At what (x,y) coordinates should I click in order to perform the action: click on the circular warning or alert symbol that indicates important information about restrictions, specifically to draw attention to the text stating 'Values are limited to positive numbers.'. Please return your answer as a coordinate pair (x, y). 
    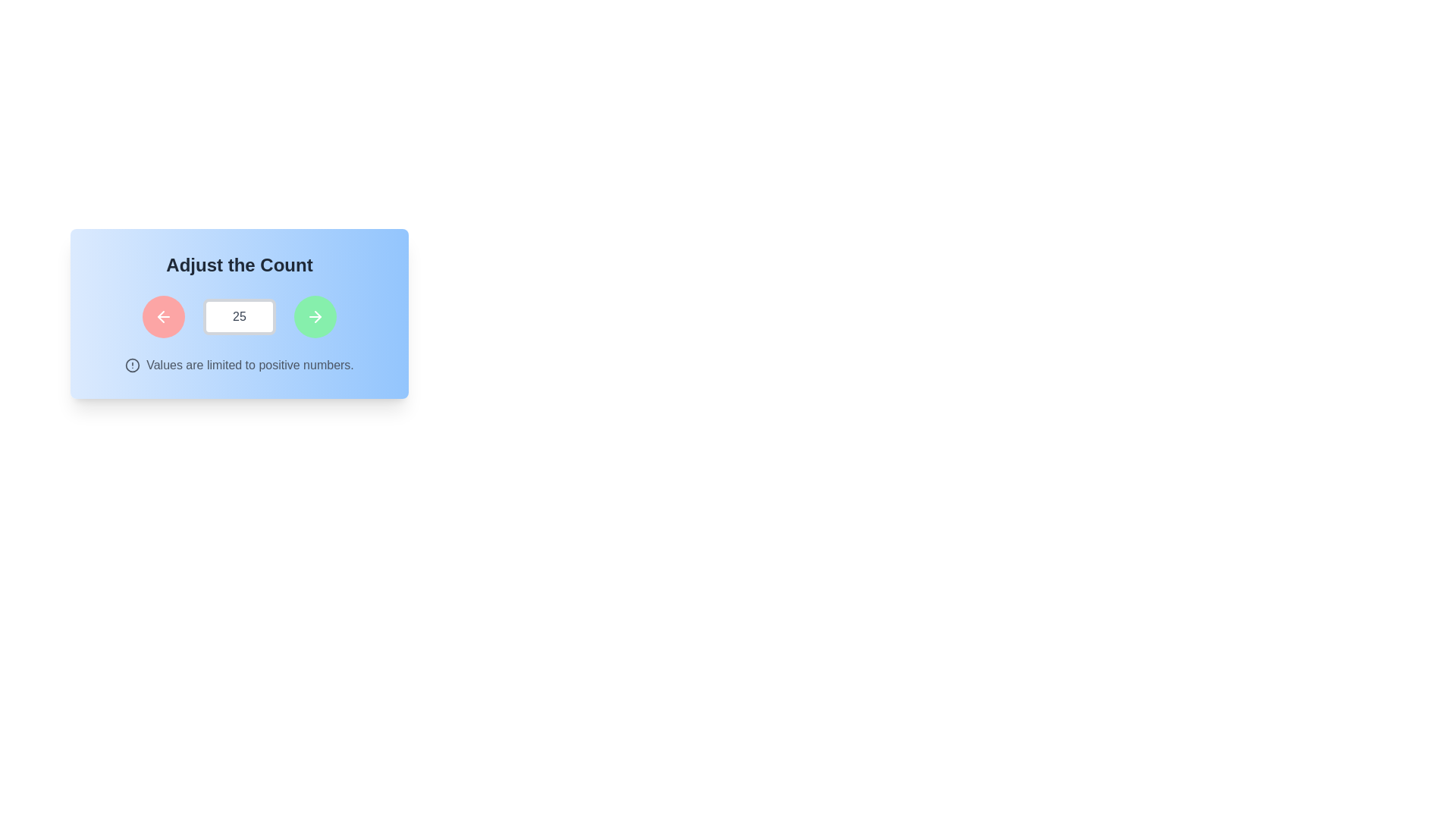
    Looking at the image, I should click on (133, 366).